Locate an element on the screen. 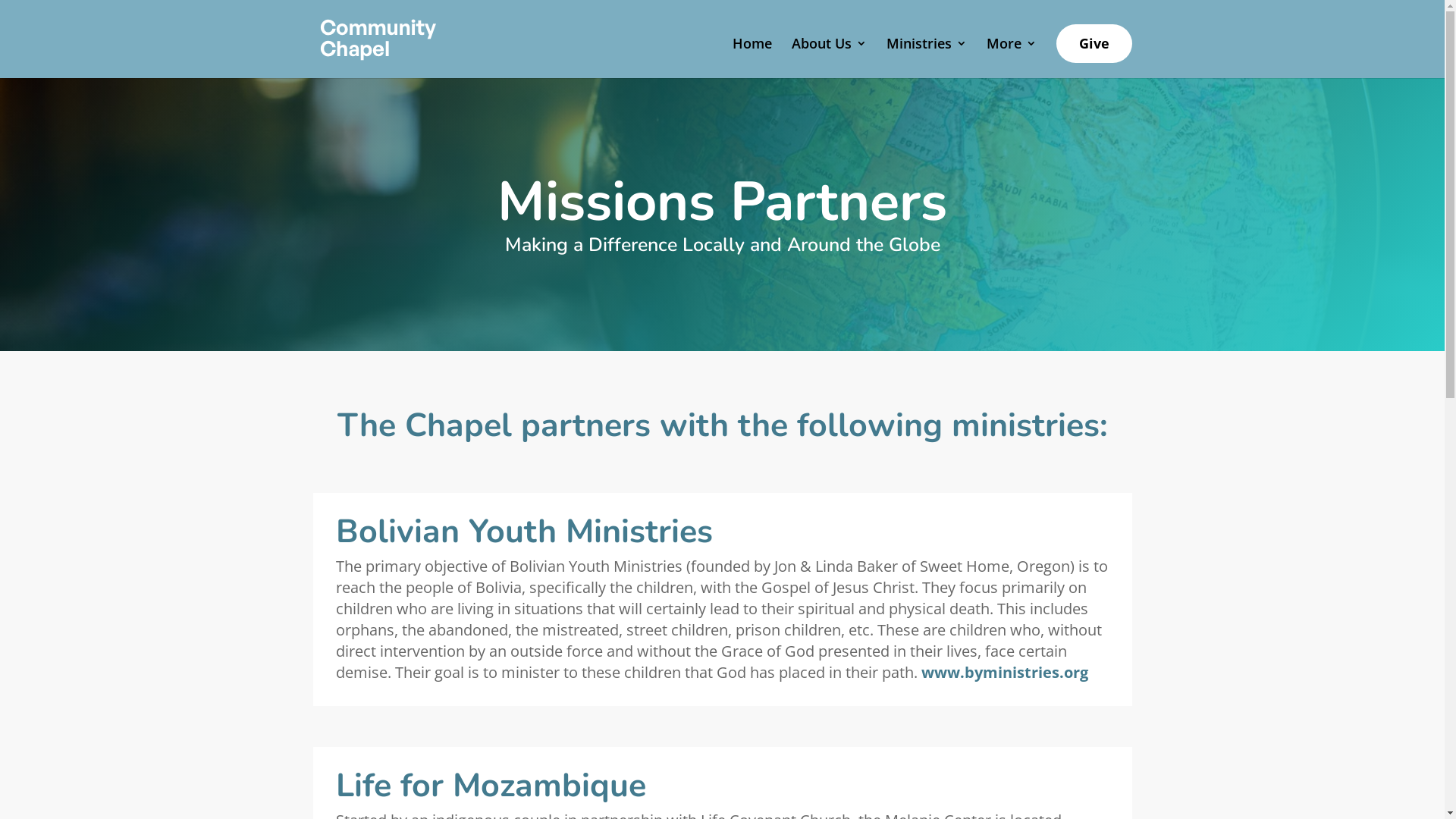 The width and height of the screenshot is (1456, 819). 'Give' is located at coordinates (1093, 42).